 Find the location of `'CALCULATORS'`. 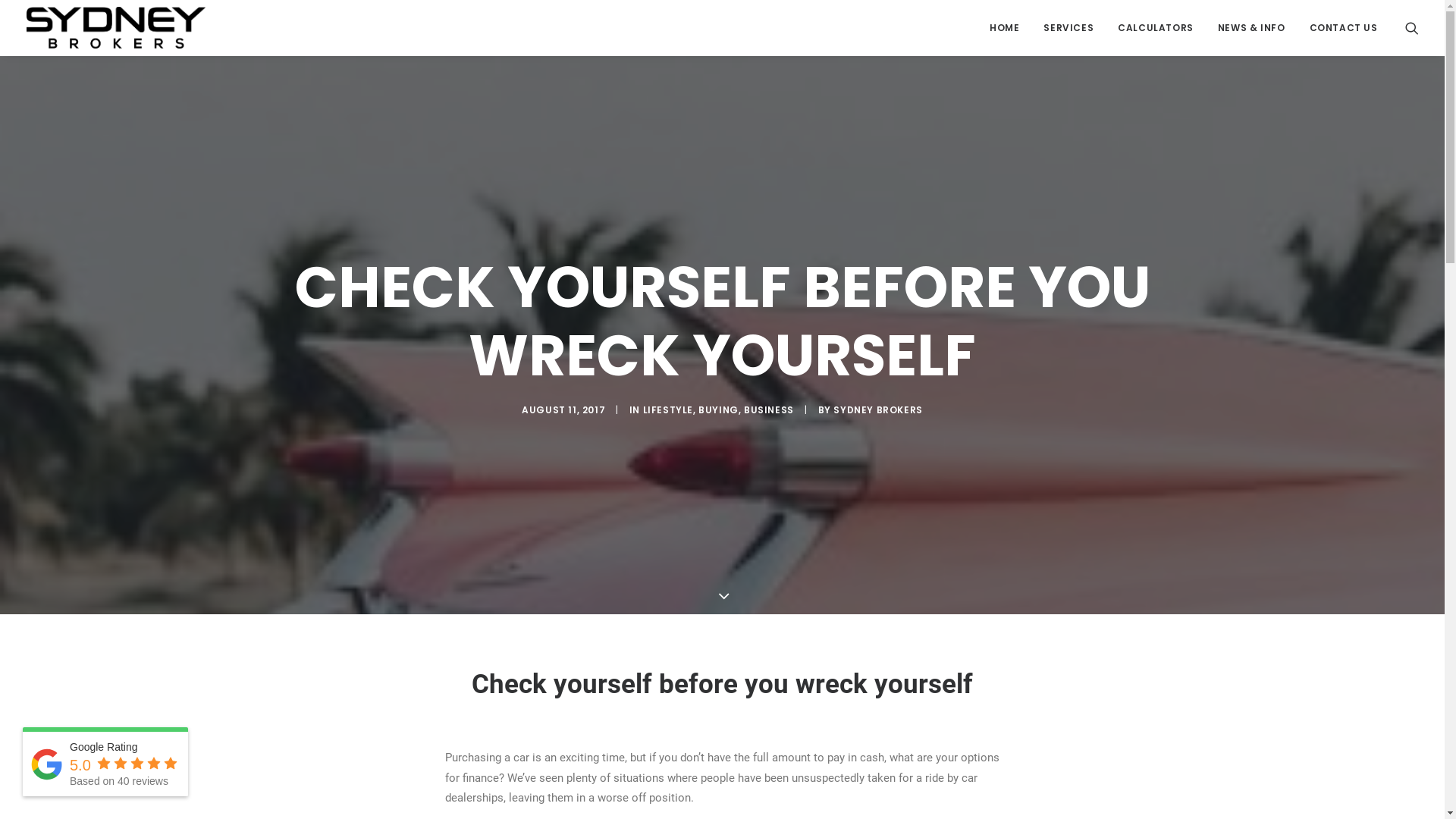

'CALCULATORS' is located at coordinates (1106, 27).